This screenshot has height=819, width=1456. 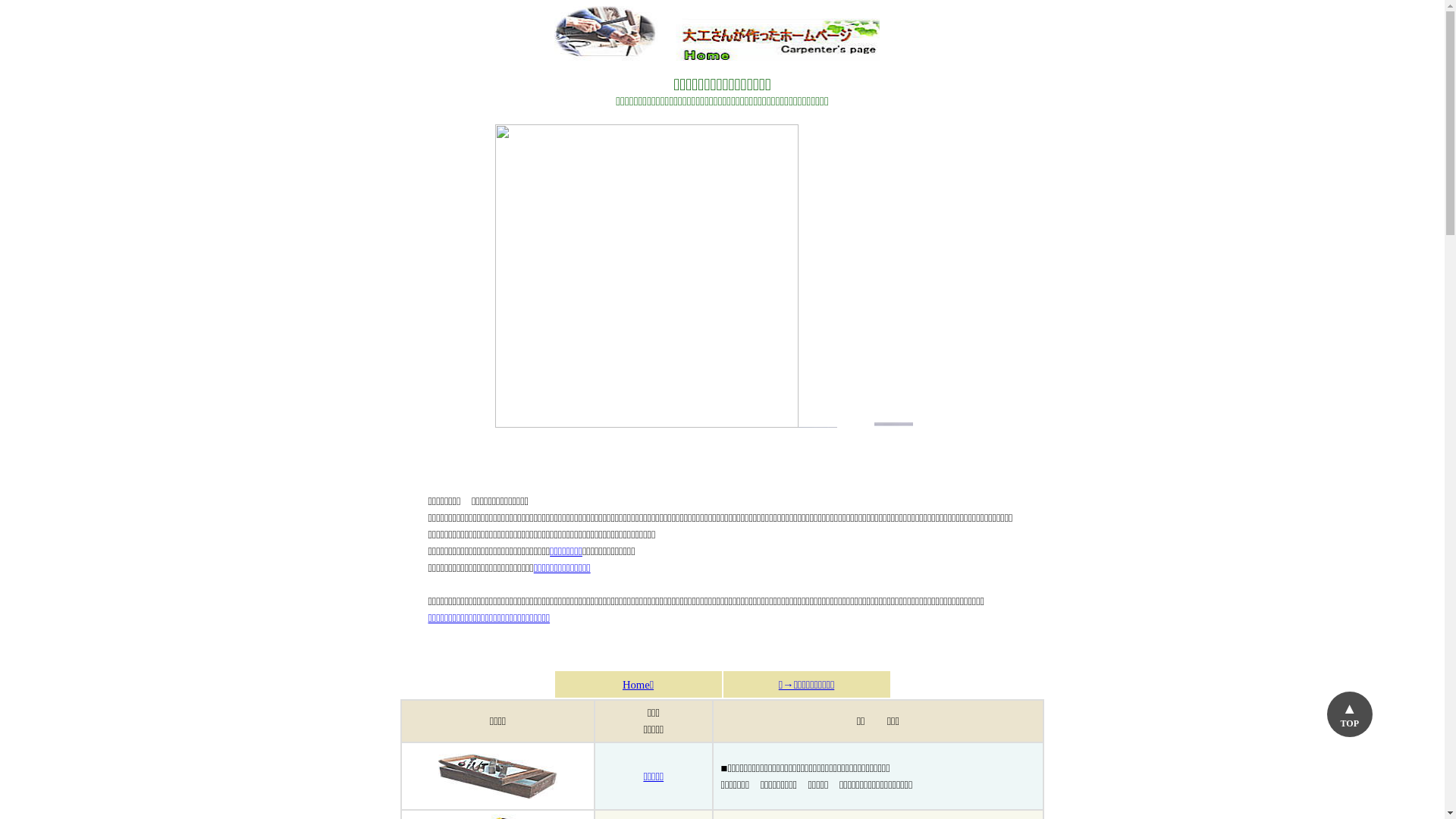 What do you see at coordinates (1326, 714) in the screenshot?
I see `'TOP'` at bounding box center [1326, 714].